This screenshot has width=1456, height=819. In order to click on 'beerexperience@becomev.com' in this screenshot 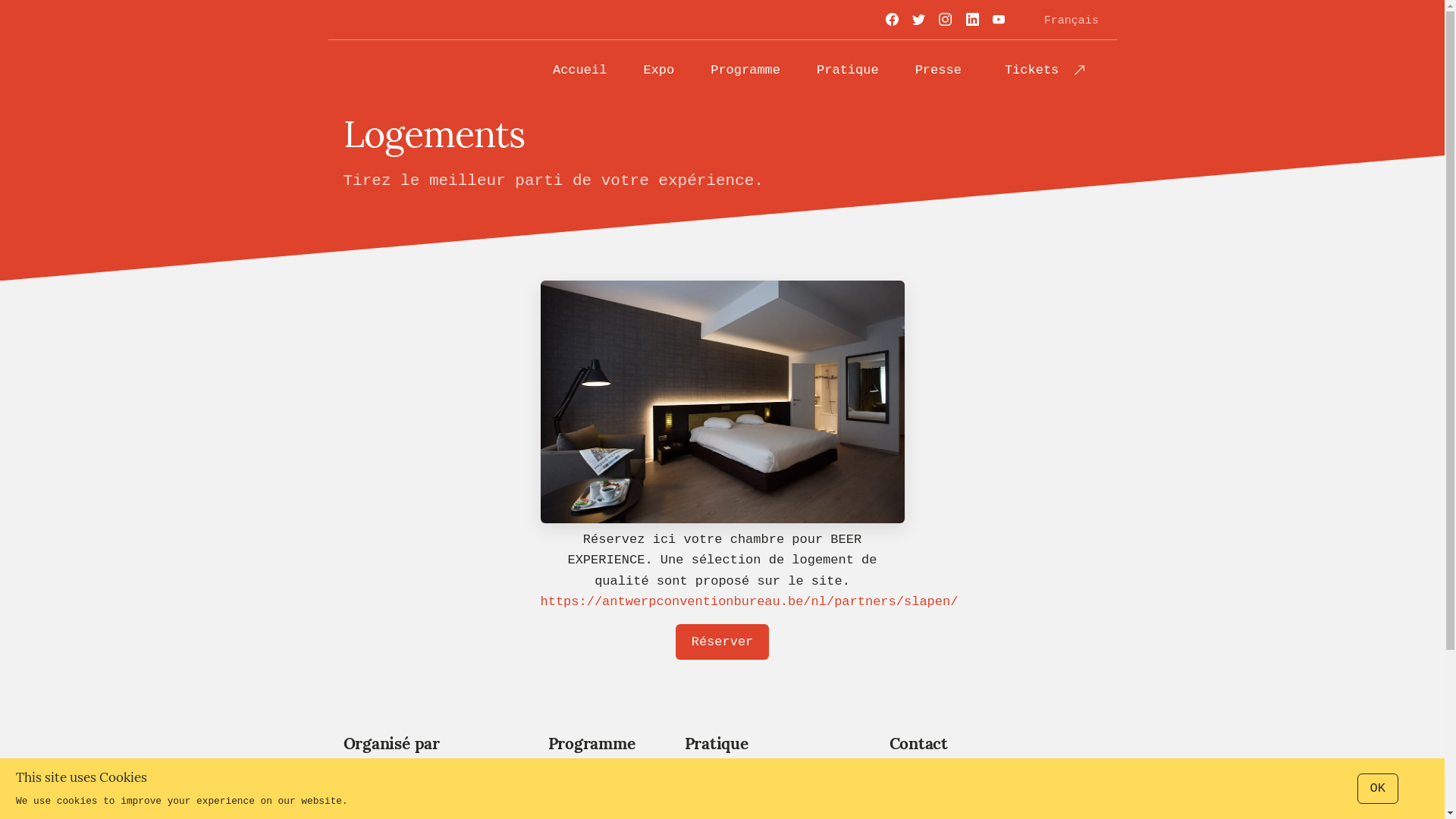, I will do `click(888, 772)`.